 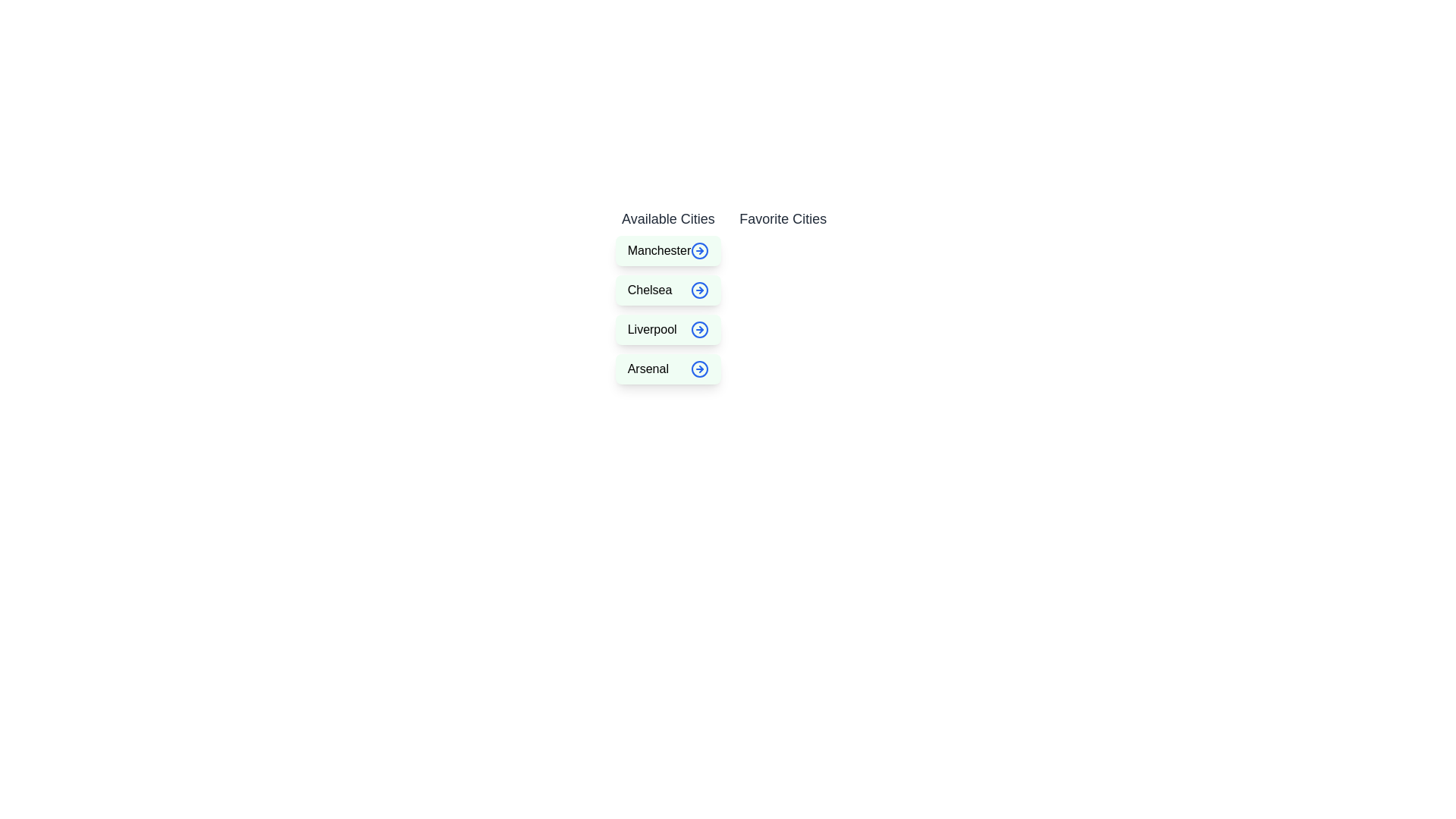 I want to click on right arrow button next to the city Manchester in the 'Available Cities' list, so click(x=699, y=250).